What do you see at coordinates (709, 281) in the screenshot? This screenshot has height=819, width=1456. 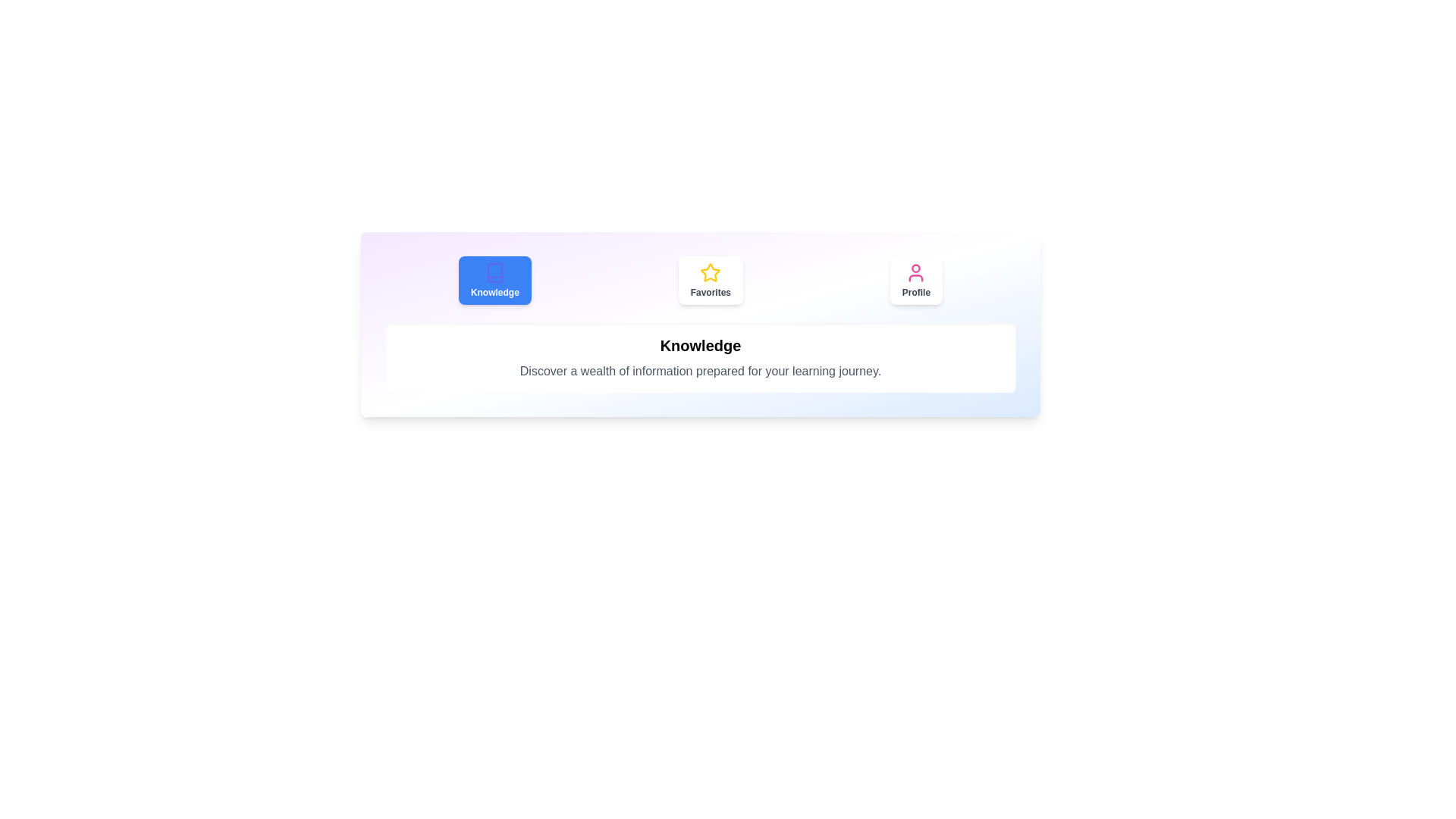 I see `the Favorites tab` at bounding box center [709, 281].